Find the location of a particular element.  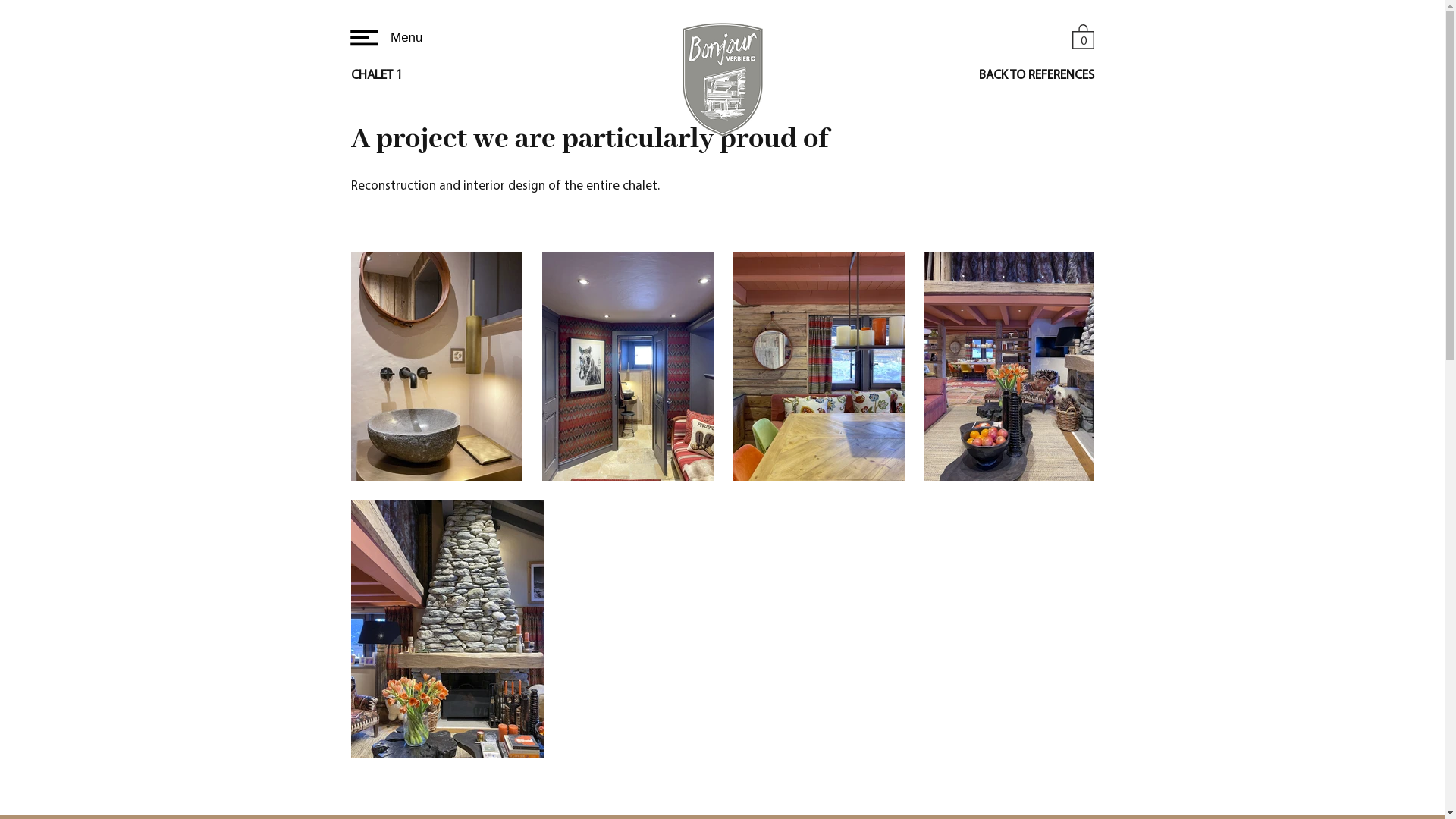

'Logo_BVIDS.png' is located at coordinates (722, 79).